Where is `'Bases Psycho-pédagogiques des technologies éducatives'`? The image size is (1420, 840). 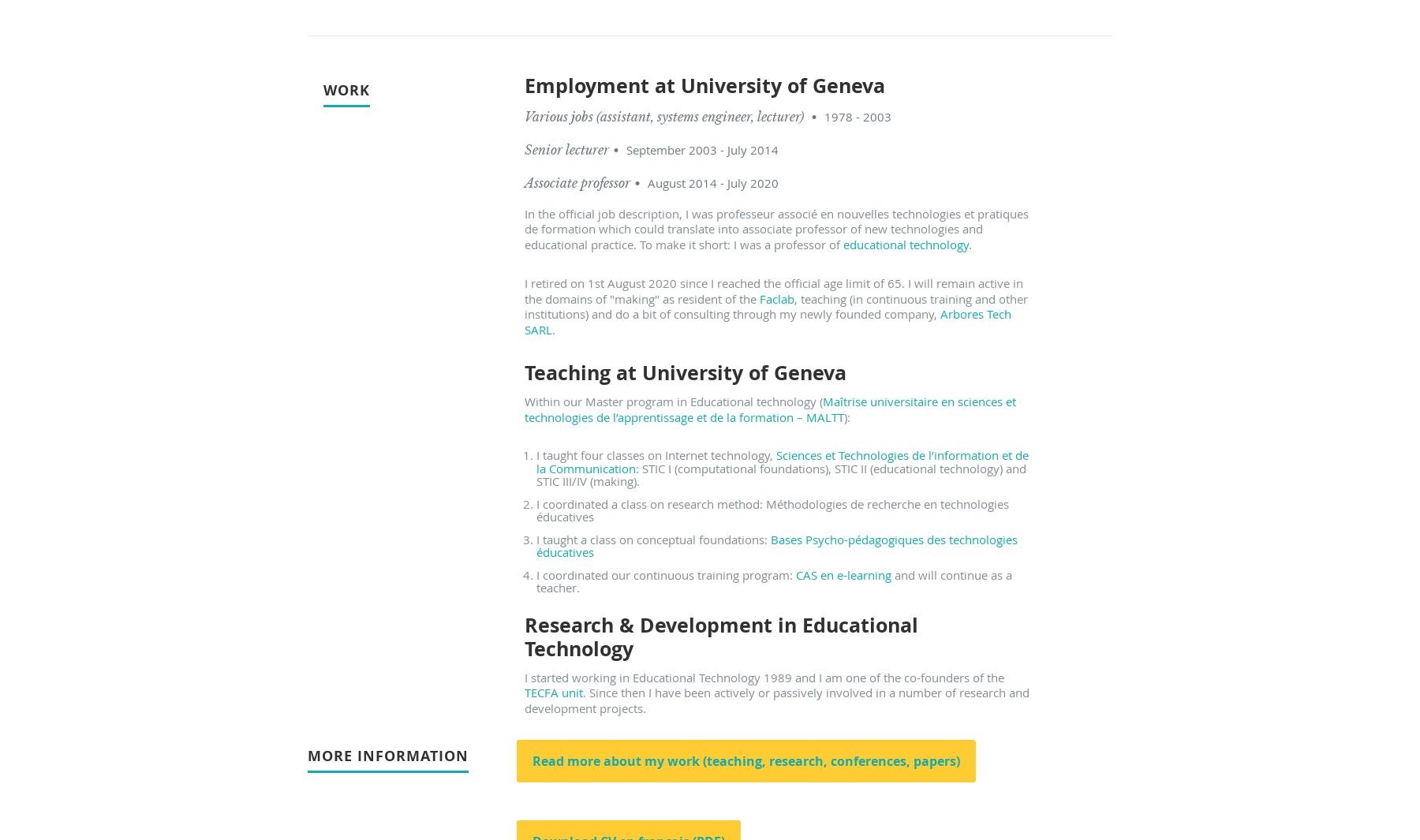 'Bases Psycho-pédagogiques des technologies éducatives' is located at coordinates (536, 545).